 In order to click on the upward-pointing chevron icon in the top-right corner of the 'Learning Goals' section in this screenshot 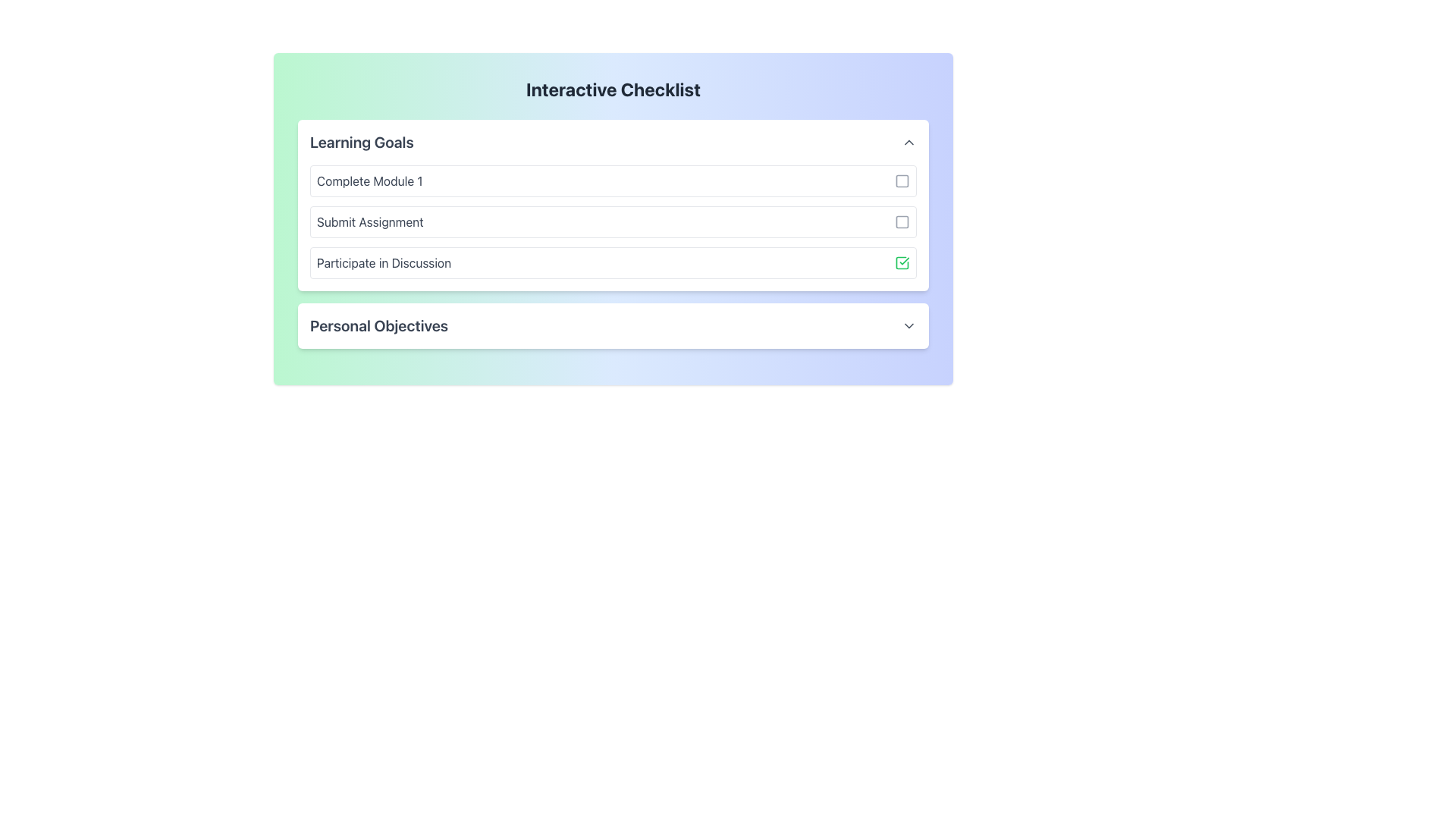, I will do `click(909, 143)`.